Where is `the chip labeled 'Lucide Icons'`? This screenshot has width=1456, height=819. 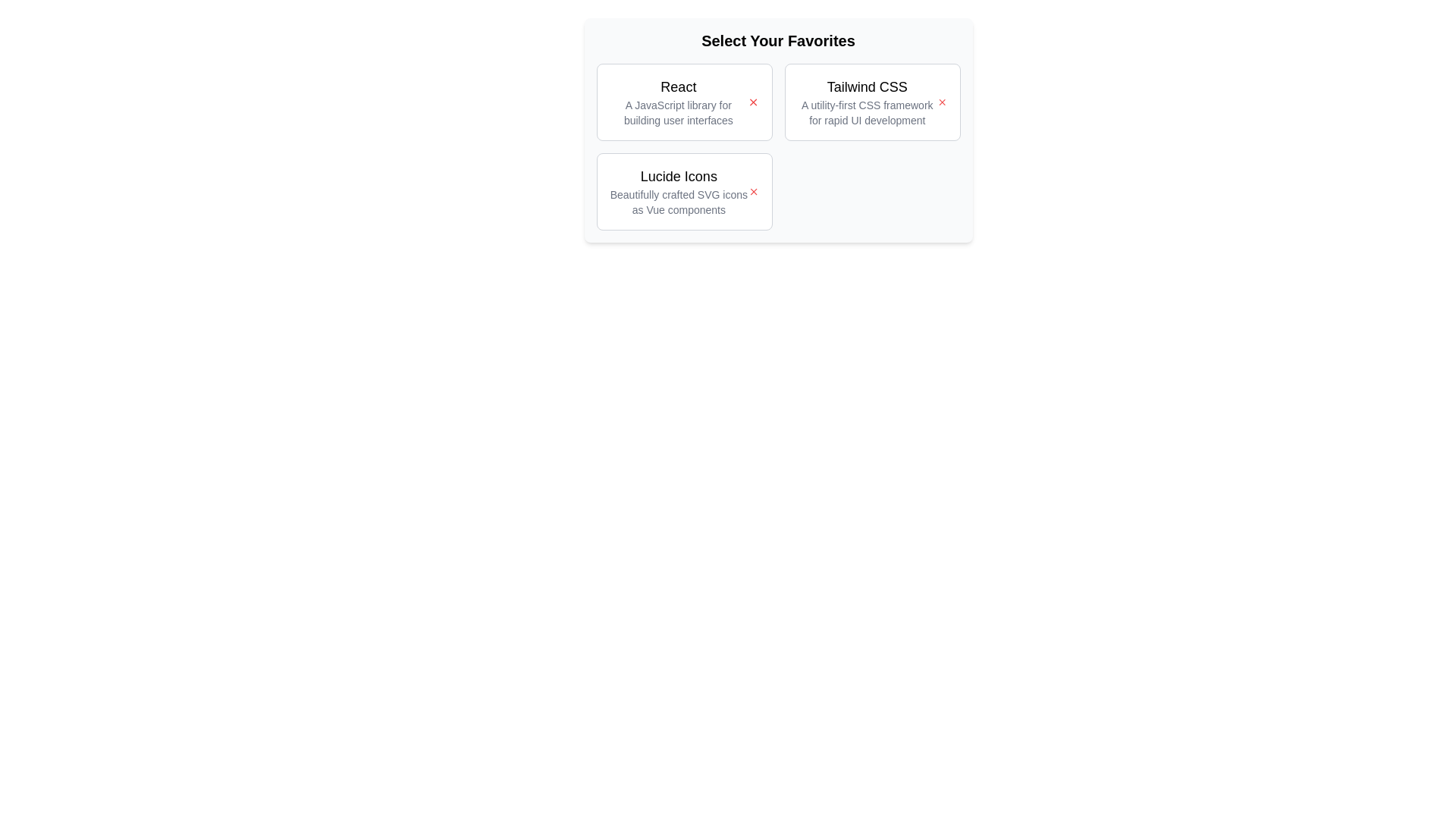
the chip labeled 'Lucide Icons' is located at coordinates (683, 191).